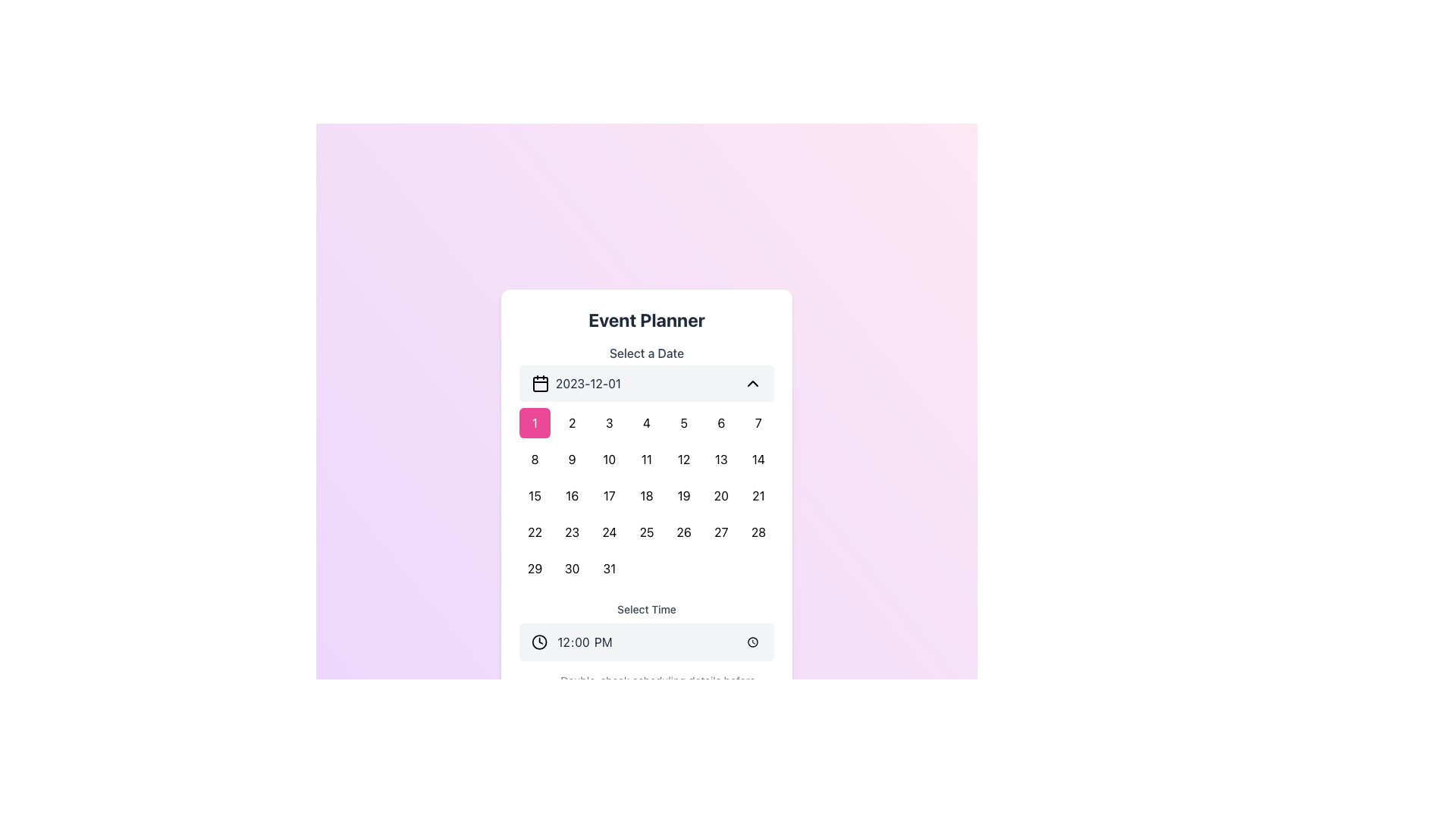 This screenshot has width=1456, height=819. Describe the element at coordinates (758, 458) in the screenshot. I see `the Button styled calendar date cell representing the 14th day of the month` at that location.